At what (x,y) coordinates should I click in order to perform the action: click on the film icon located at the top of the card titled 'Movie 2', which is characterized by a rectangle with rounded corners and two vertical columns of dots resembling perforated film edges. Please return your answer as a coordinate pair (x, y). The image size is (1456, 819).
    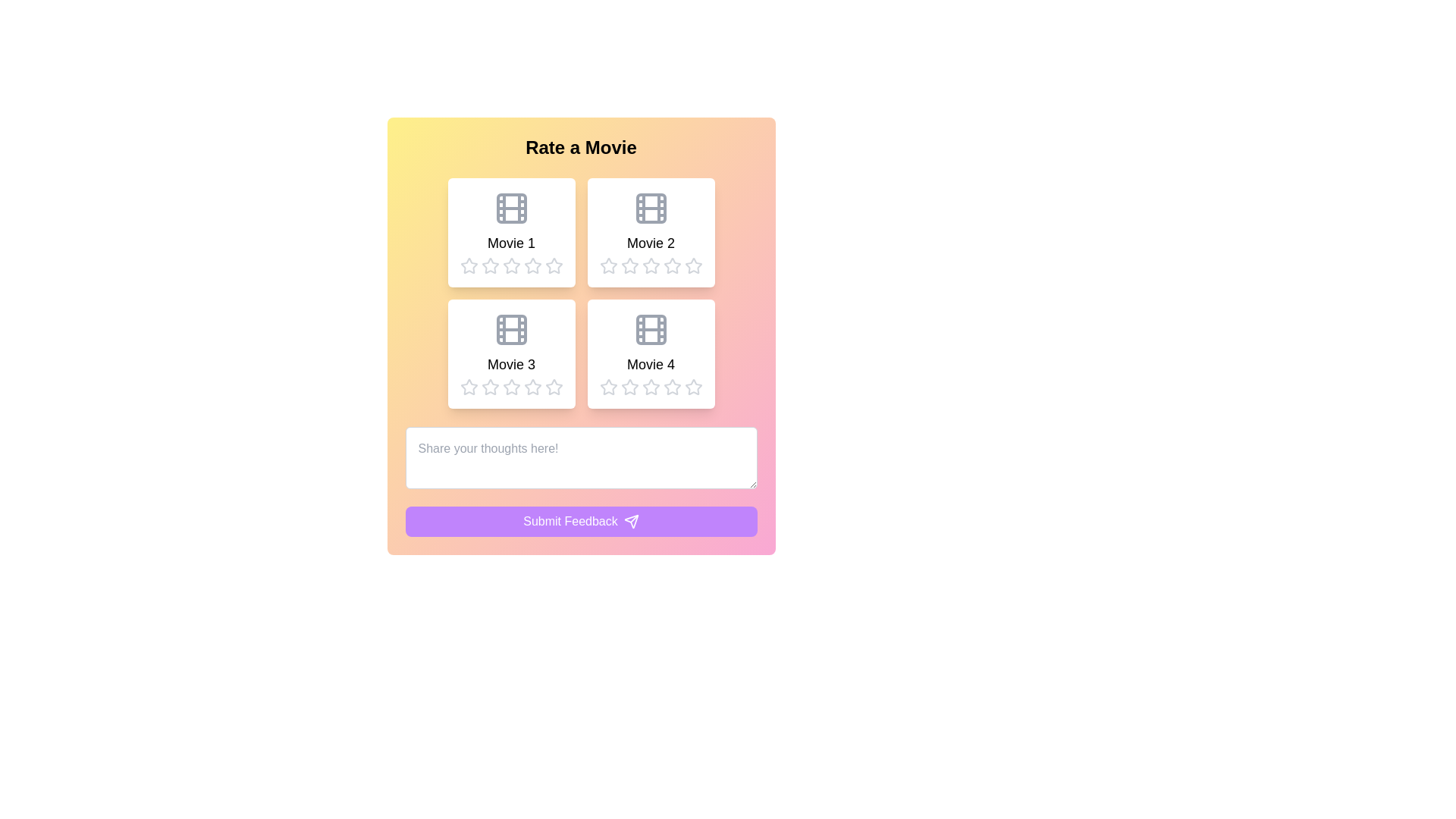
    Looking at the image, I should click on (651, 208).